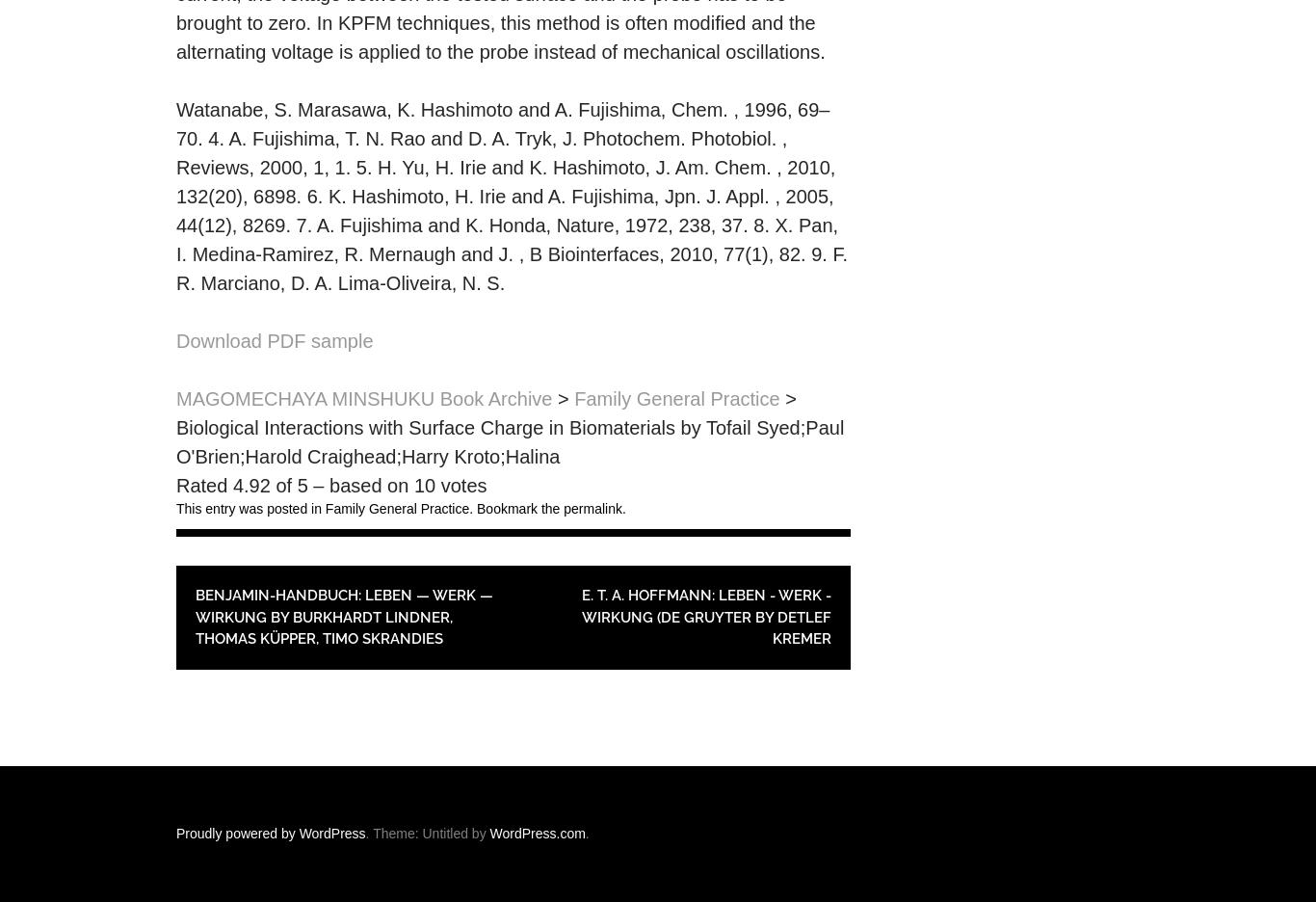 The width and height of the screenshot is (1316, 902). Describe the element at coordinates (359, 485) in the screenshot. I see `'–
		based on'` at that location.